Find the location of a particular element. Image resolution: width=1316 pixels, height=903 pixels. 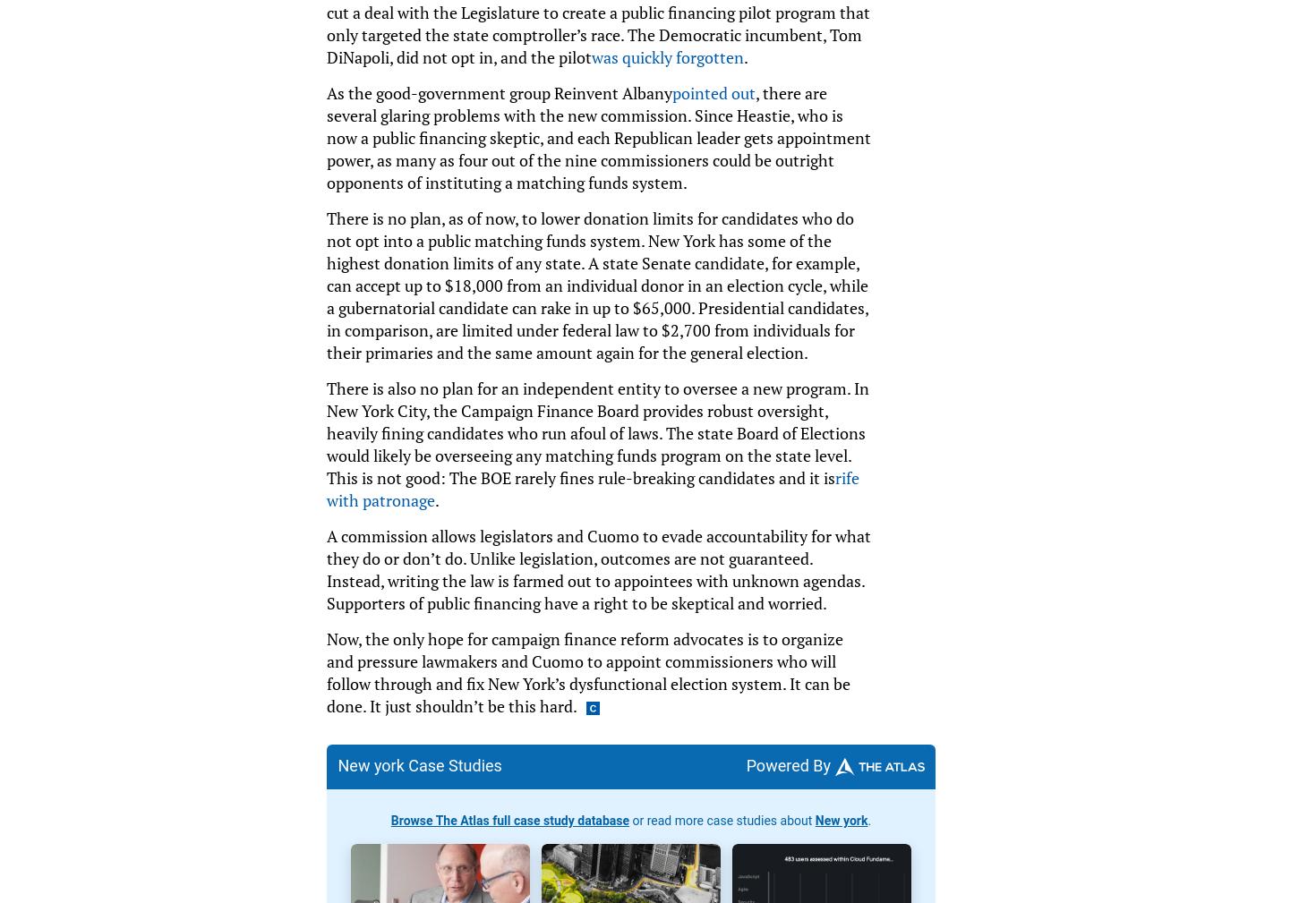

'As the good-government group Reinvent Albany' is located at coordinates (499, 91).